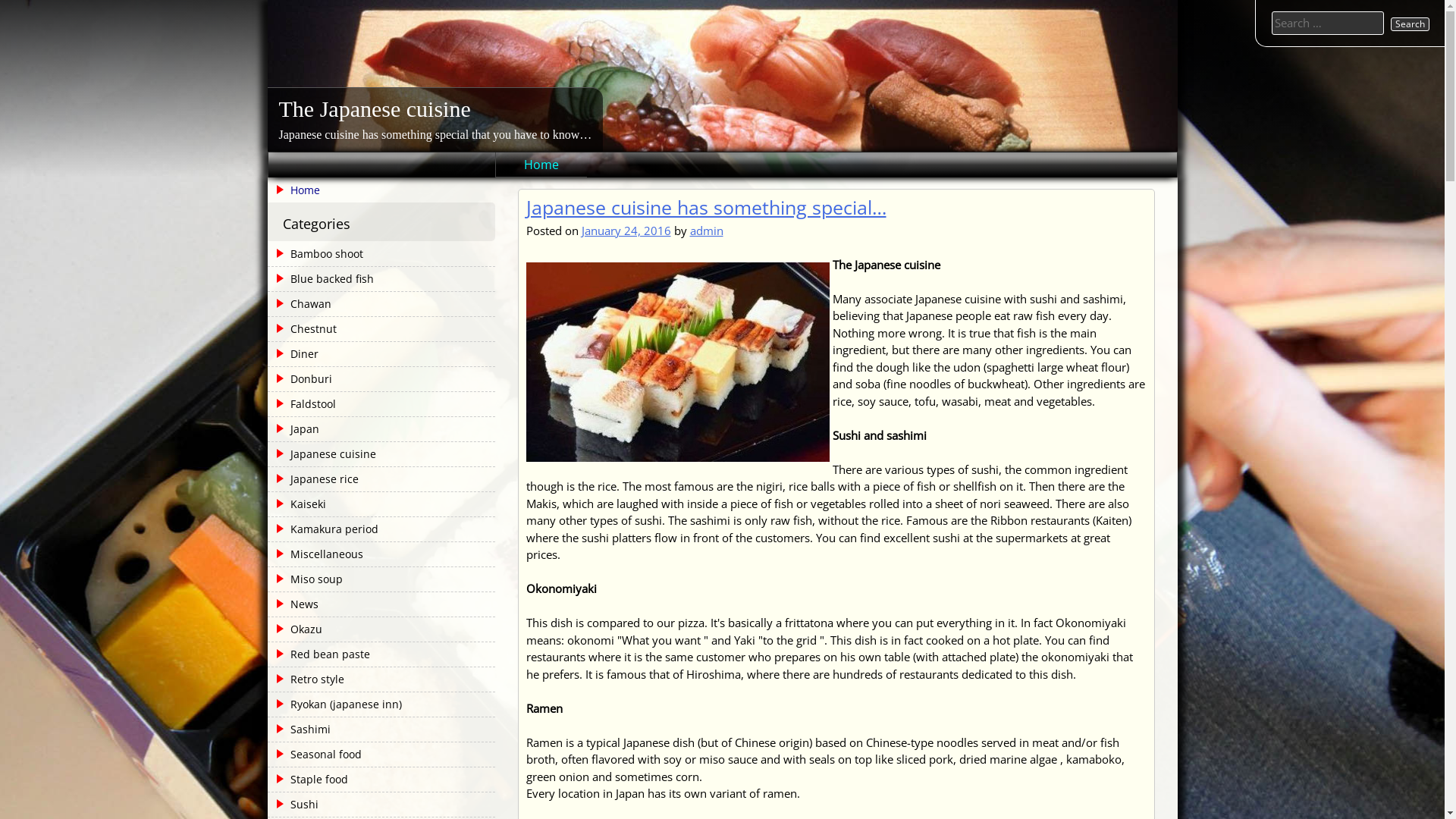 The image size is (1456, 819). Describe the element at coordinates (266, 629) in the screenshot. I see `'Okazu'` at that location.